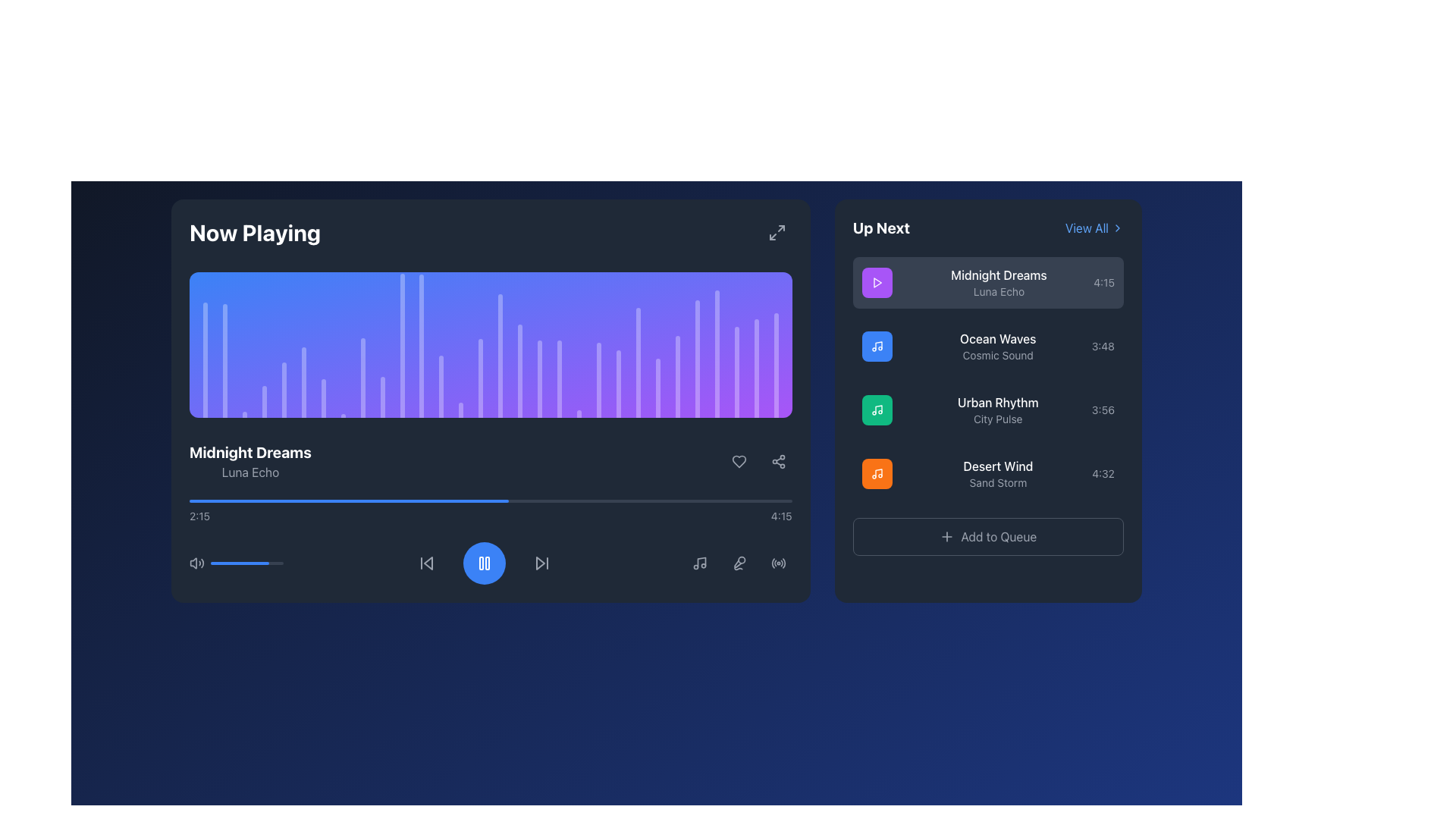  What do you see at coordinates (598, 379) in the screenshot?
I see `the 20th vertical equalizer bar, which is white and semitransparent, located toward the center of the player section on the left pane of the interface` at bounding box center [598, 379].